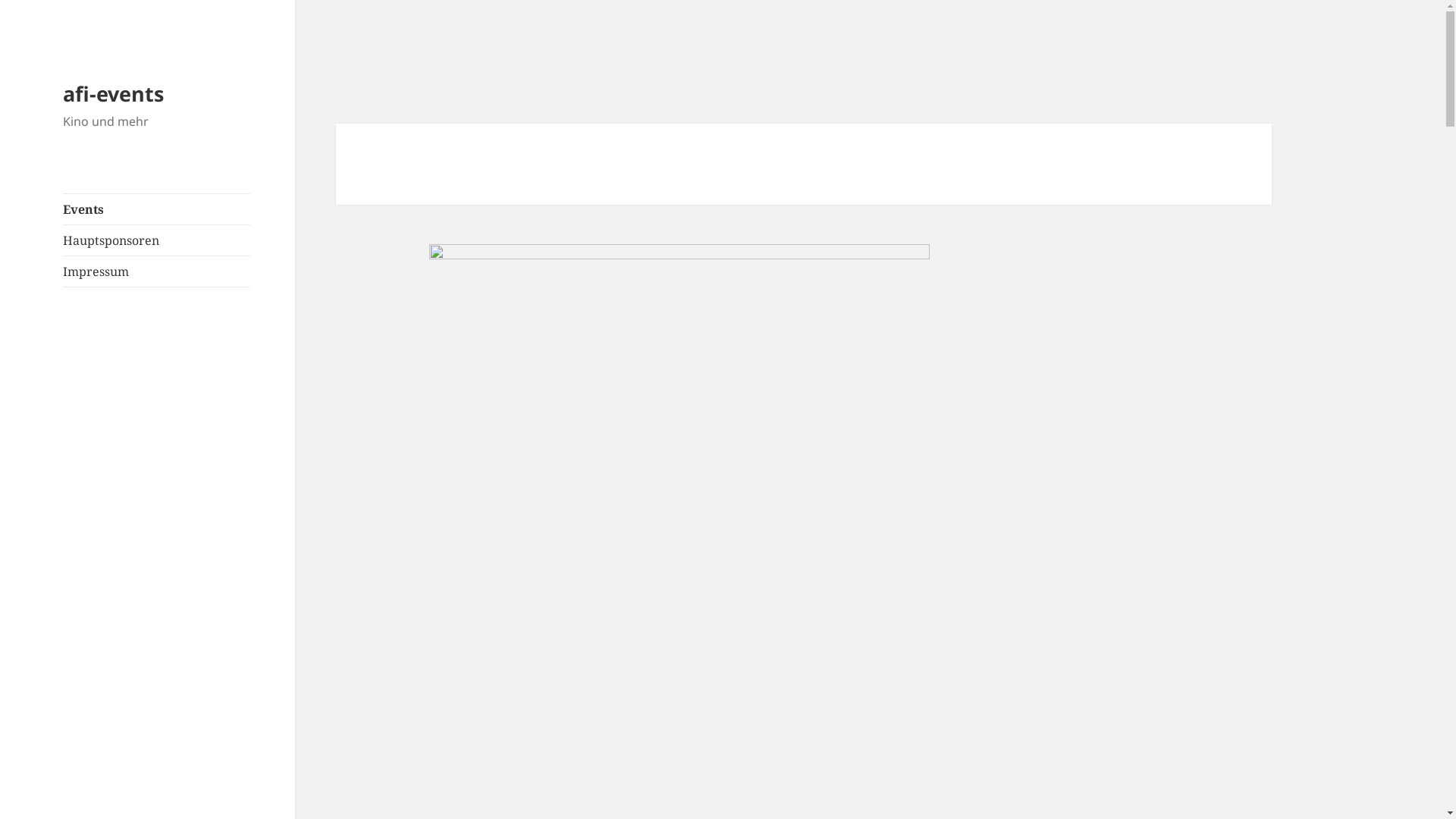  I want to click on 'Hauptsponsoren', so click(156, 239).